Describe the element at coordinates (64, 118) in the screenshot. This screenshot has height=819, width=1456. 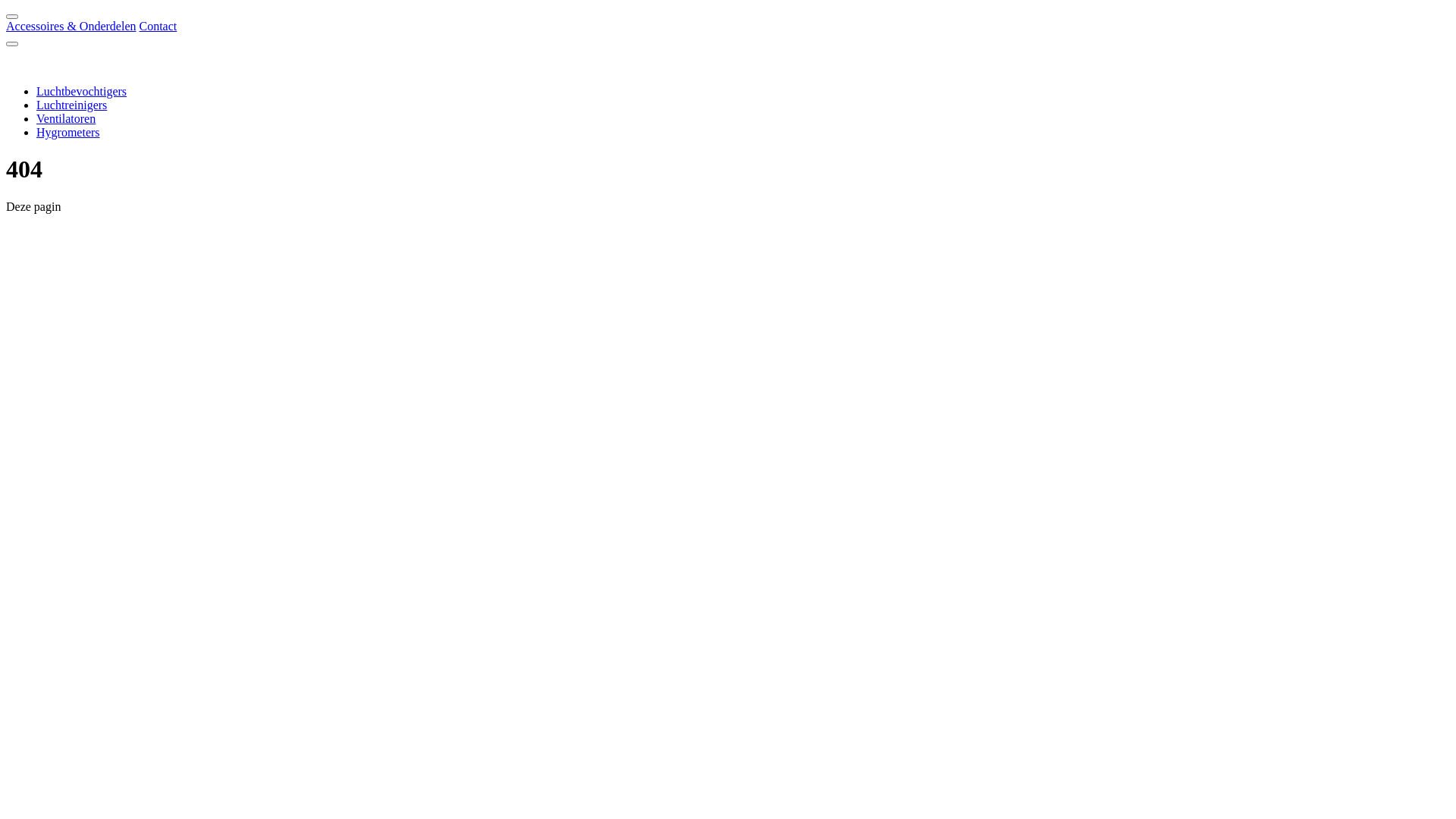
I see `'Ventilatoren'` at that location.